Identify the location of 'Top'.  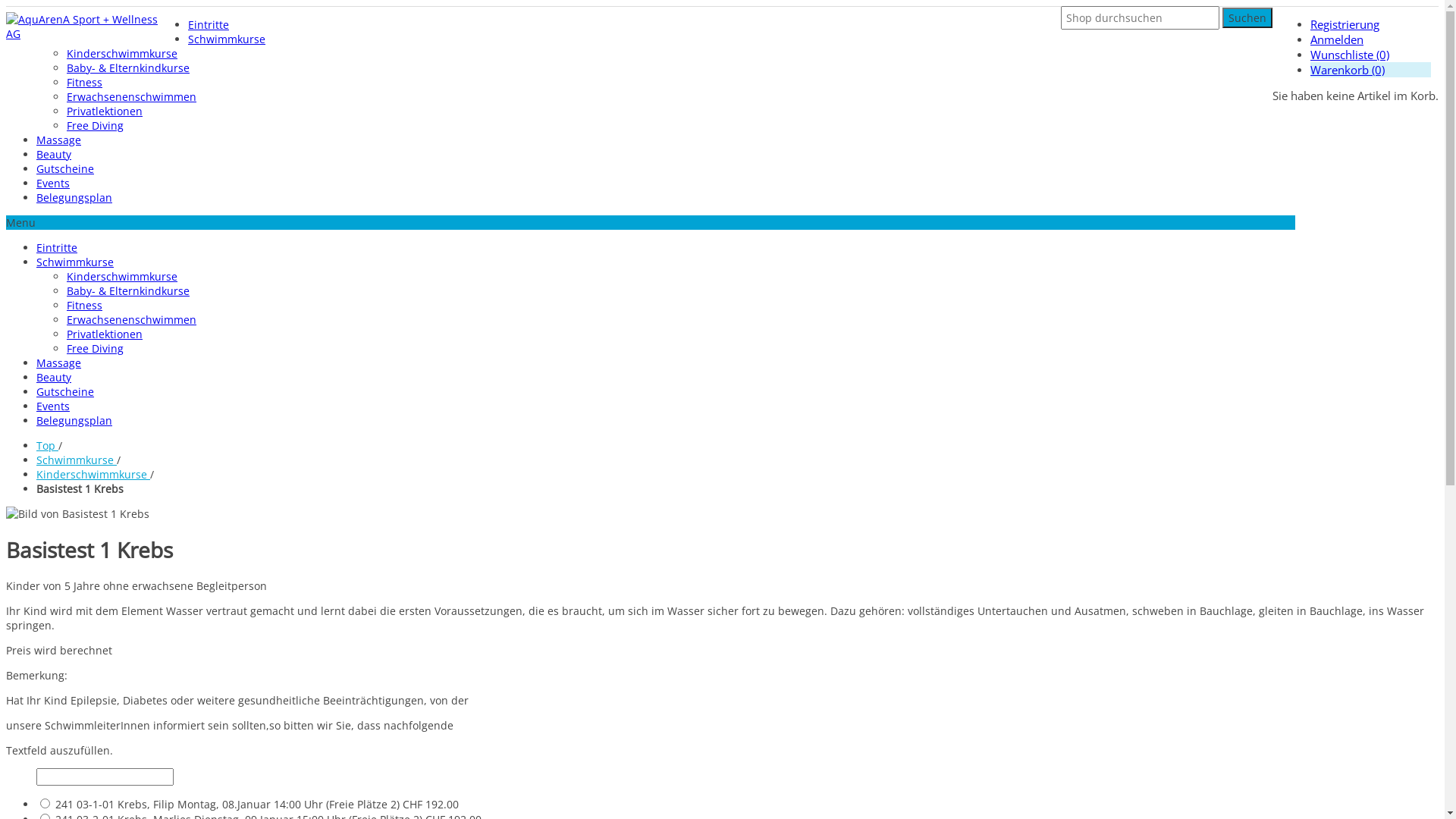
(36, 444).